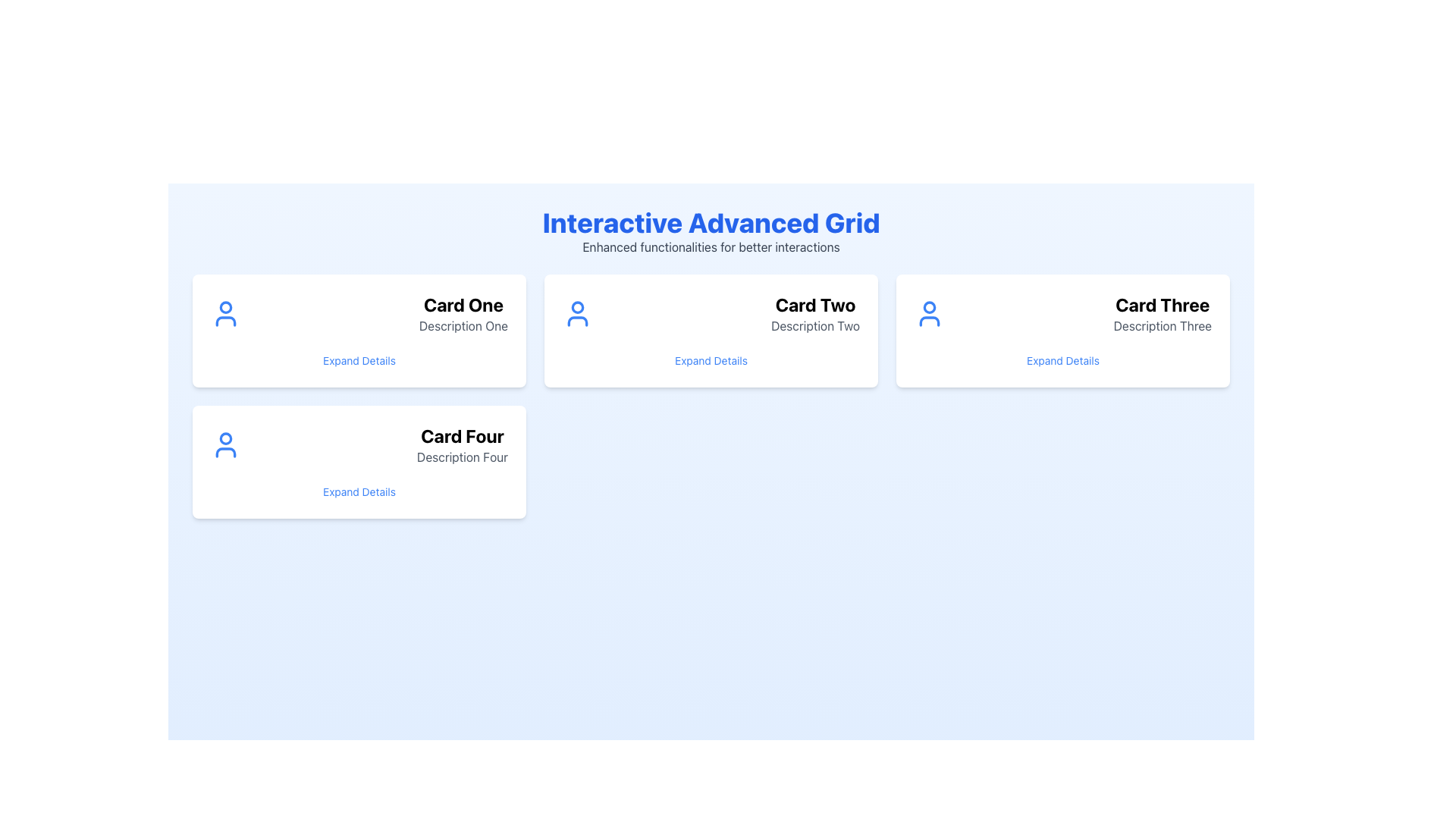 The height and width of the screenshot is (819, 1456). I want to click on the Informative Card labeled 'Card Two', located in the top row of the grid layout, to interact with its 'Expand Details' link, so click(710, 330).